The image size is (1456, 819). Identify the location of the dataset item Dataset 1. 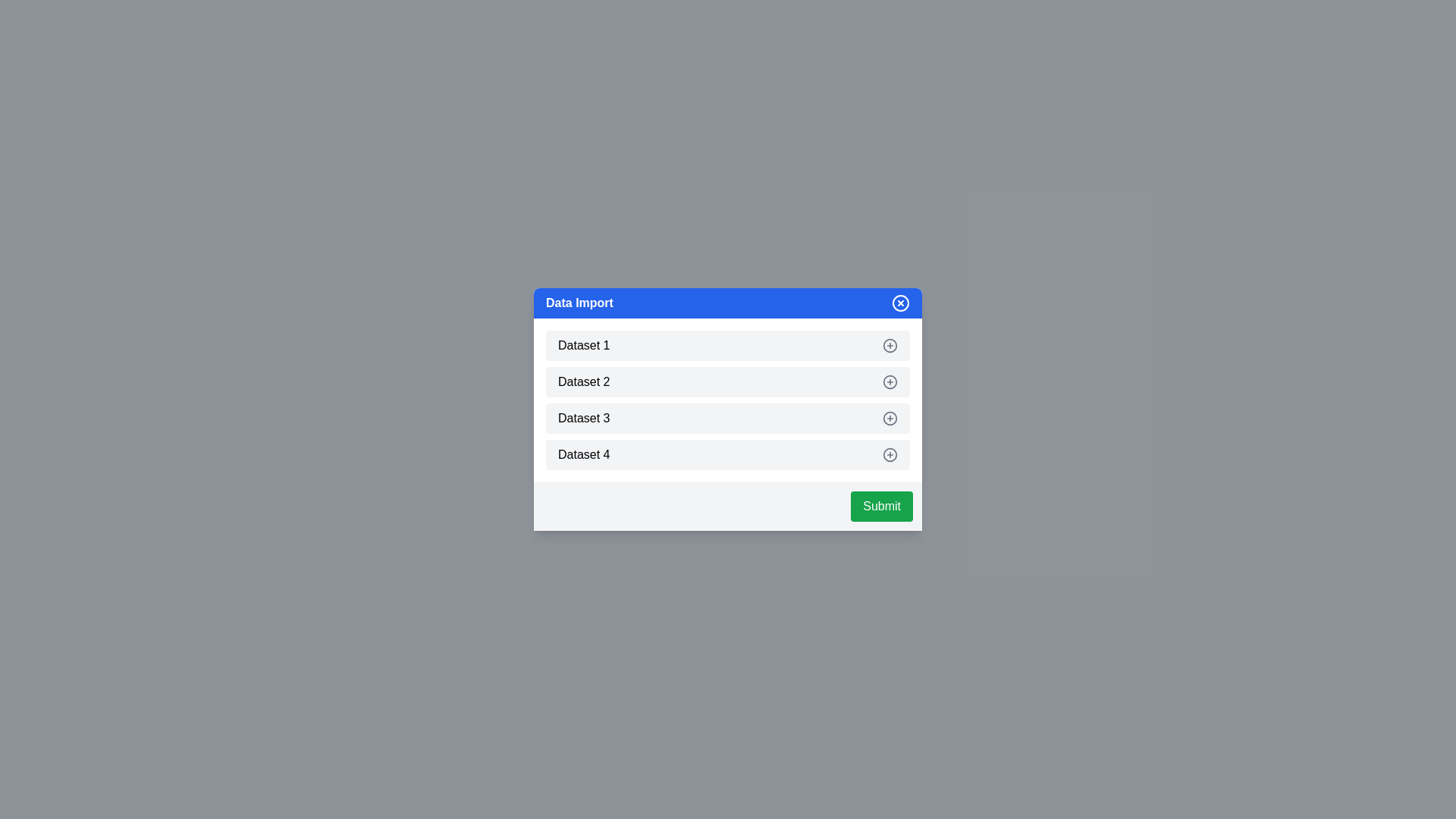
(890, 345).